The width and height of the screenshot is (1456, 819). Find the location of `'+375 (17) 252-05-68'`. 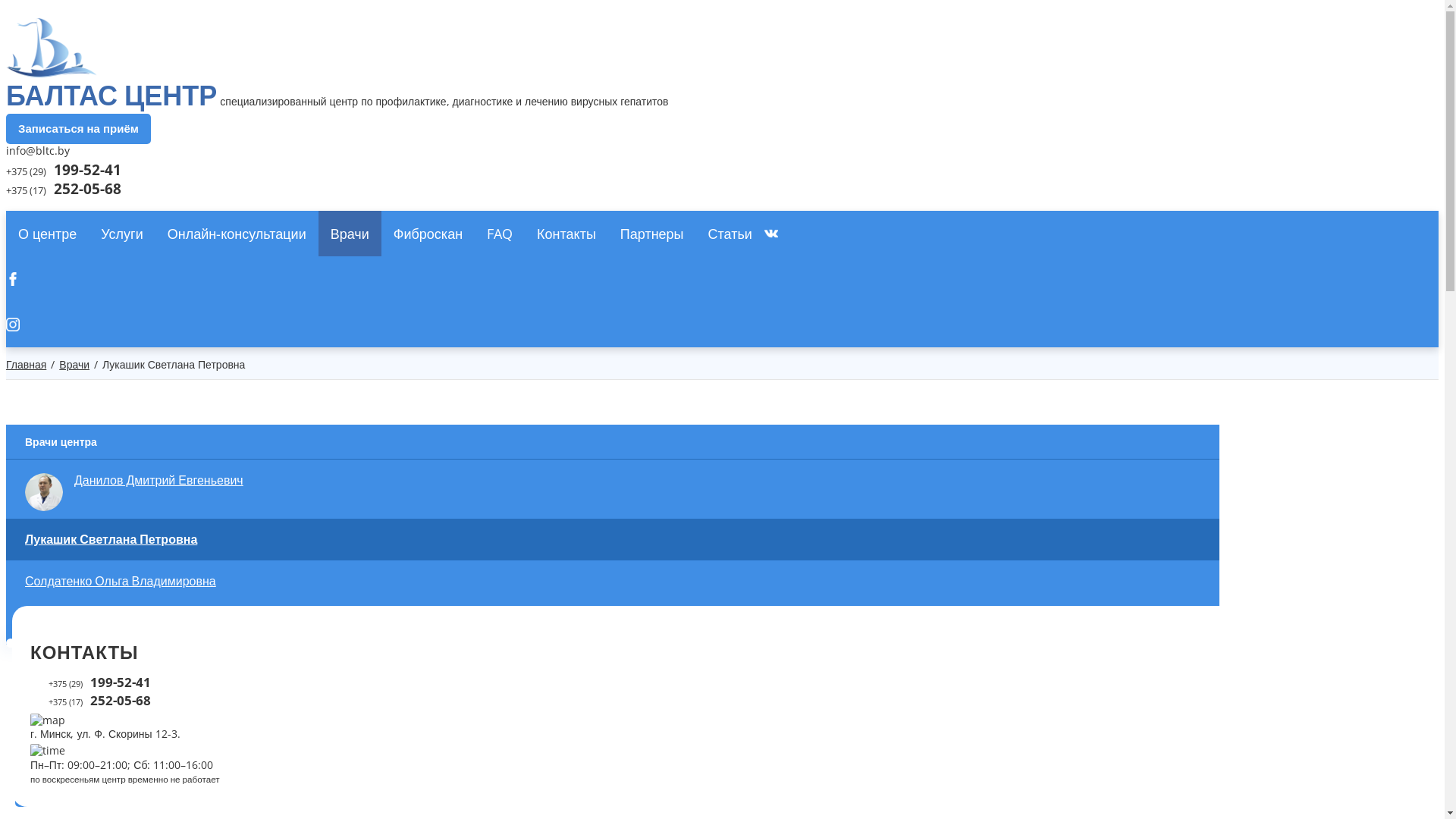

'+375 (17) 252-05-68' is located at coordinates (62, 189).